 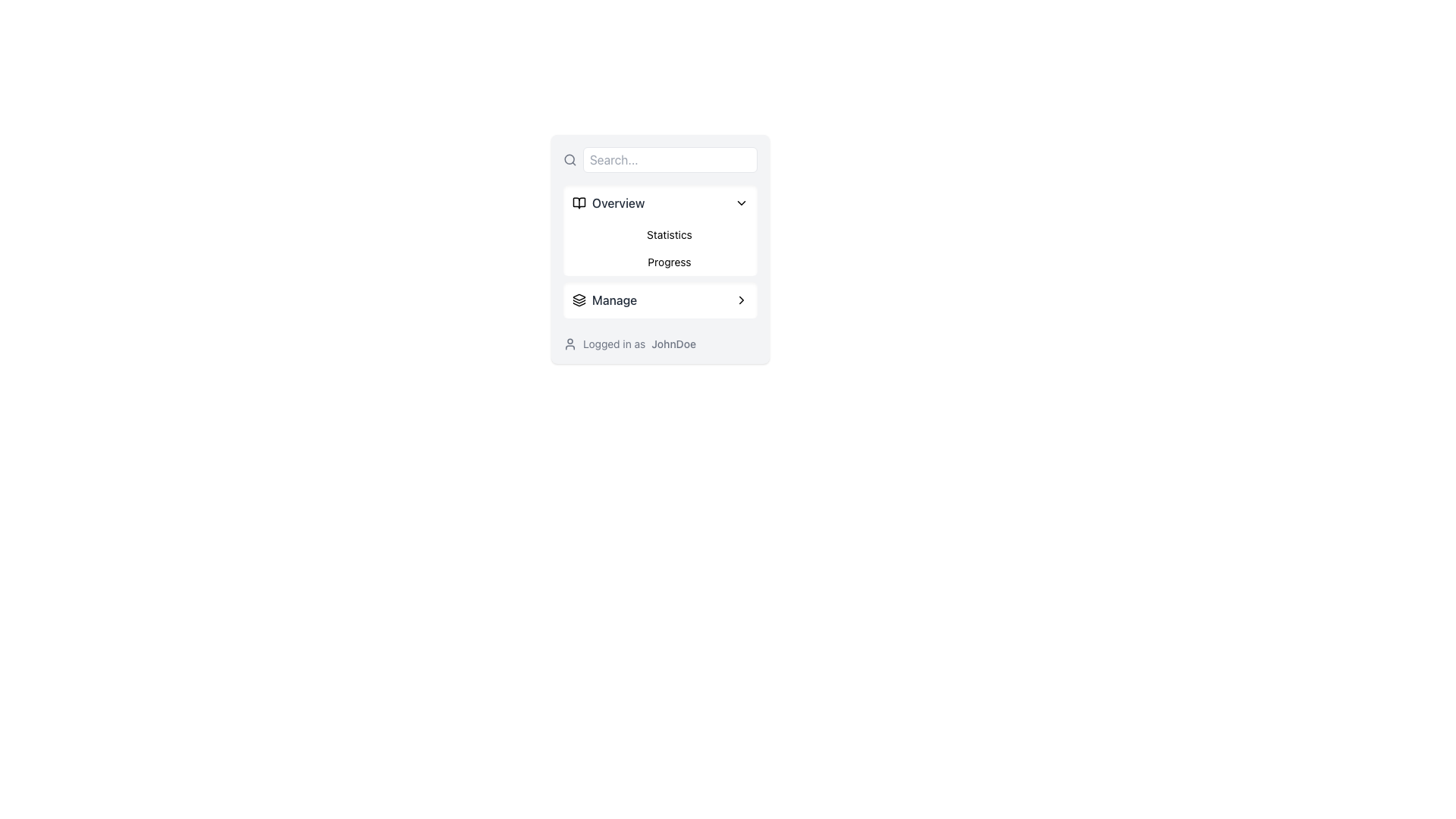 What do you see at coordinates (569, 159) in the screenshot?
I see `the SVG Circle element located within the search icon at the top center-left of the interface` at bounding box center [569, 159].